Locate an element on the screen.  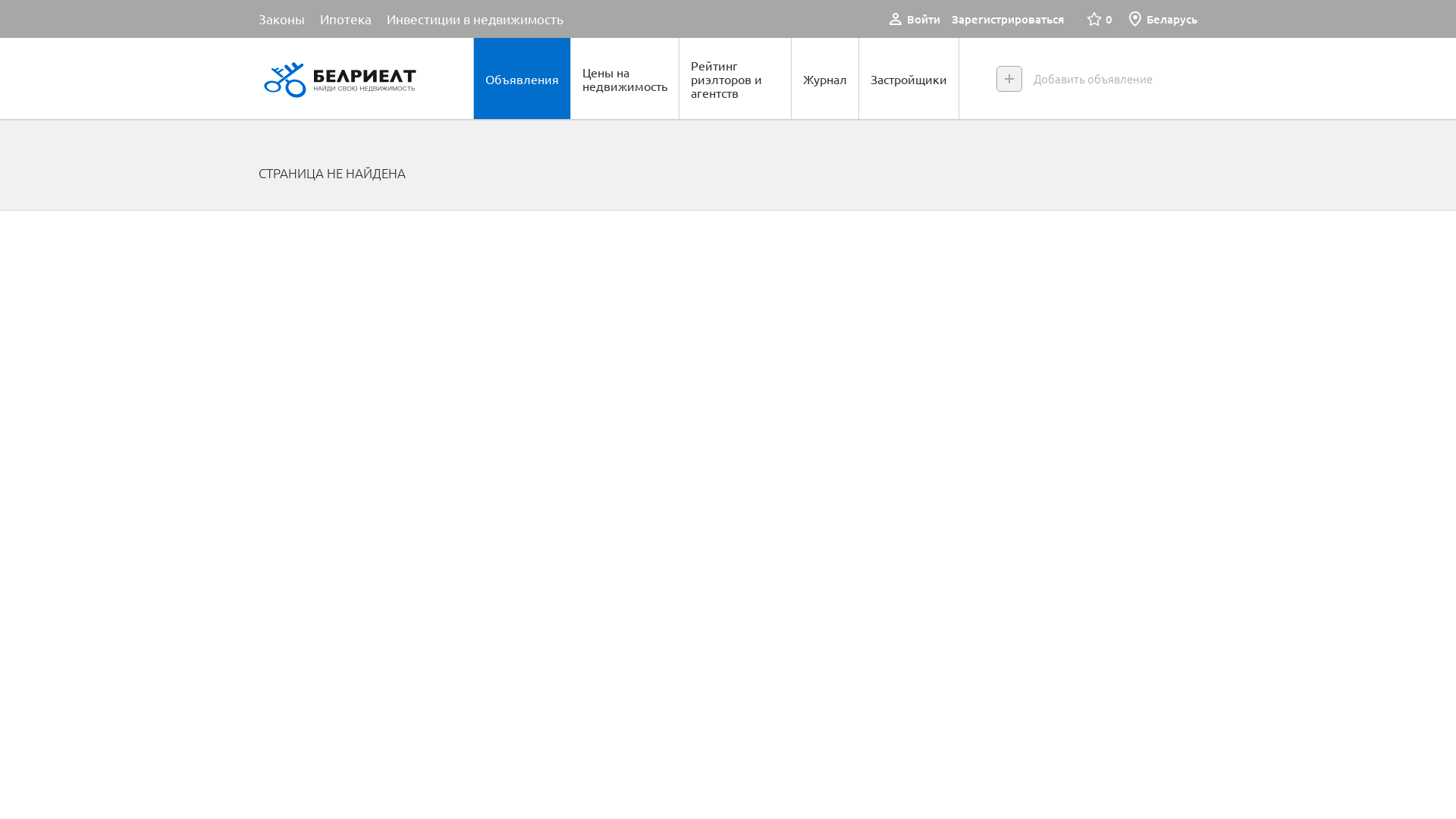
'0' is located at coordinates (1086, 18).